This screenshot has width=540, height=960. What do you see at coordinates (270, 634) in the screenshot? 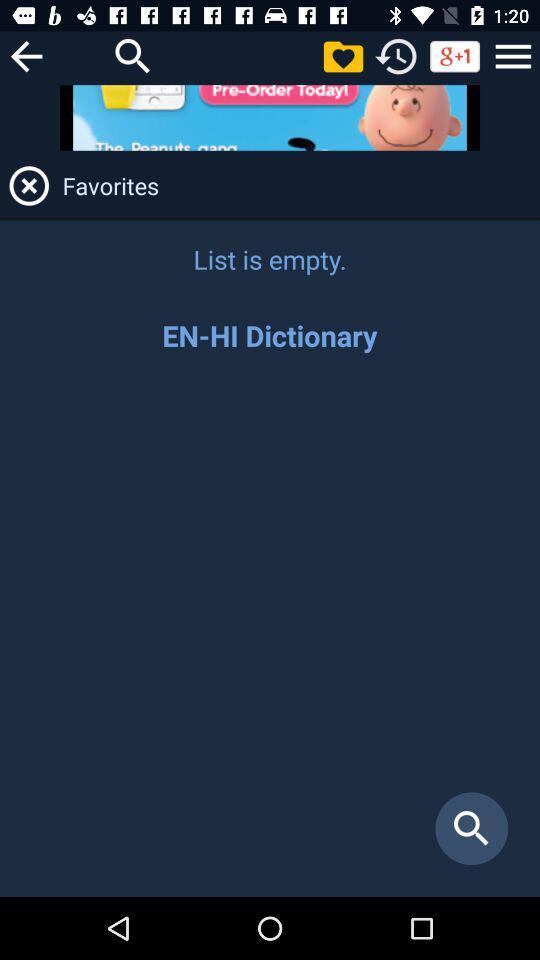
I see `search` at bounding box center [270, 634].